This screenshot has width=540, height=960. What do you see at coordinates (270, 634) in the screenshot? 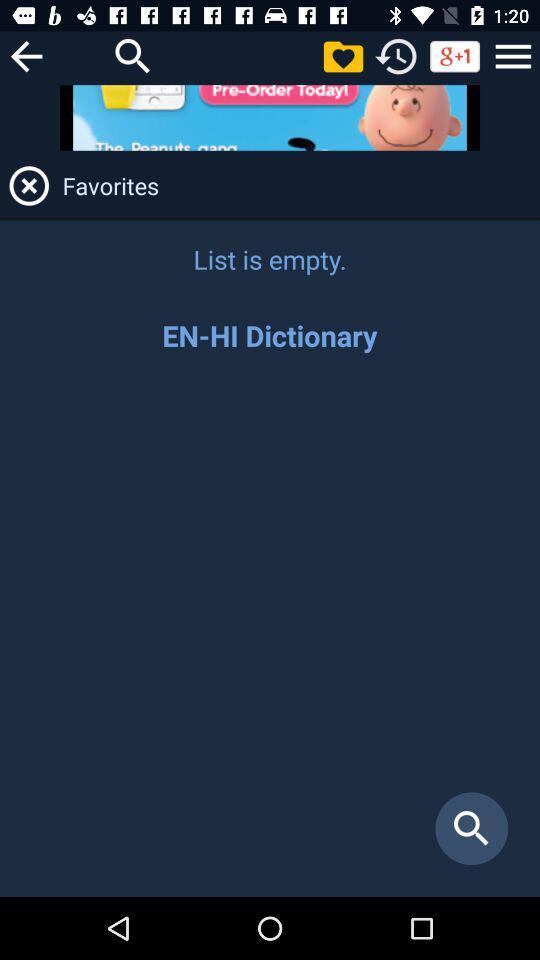
I see `search` at bounding box center [270, 634].